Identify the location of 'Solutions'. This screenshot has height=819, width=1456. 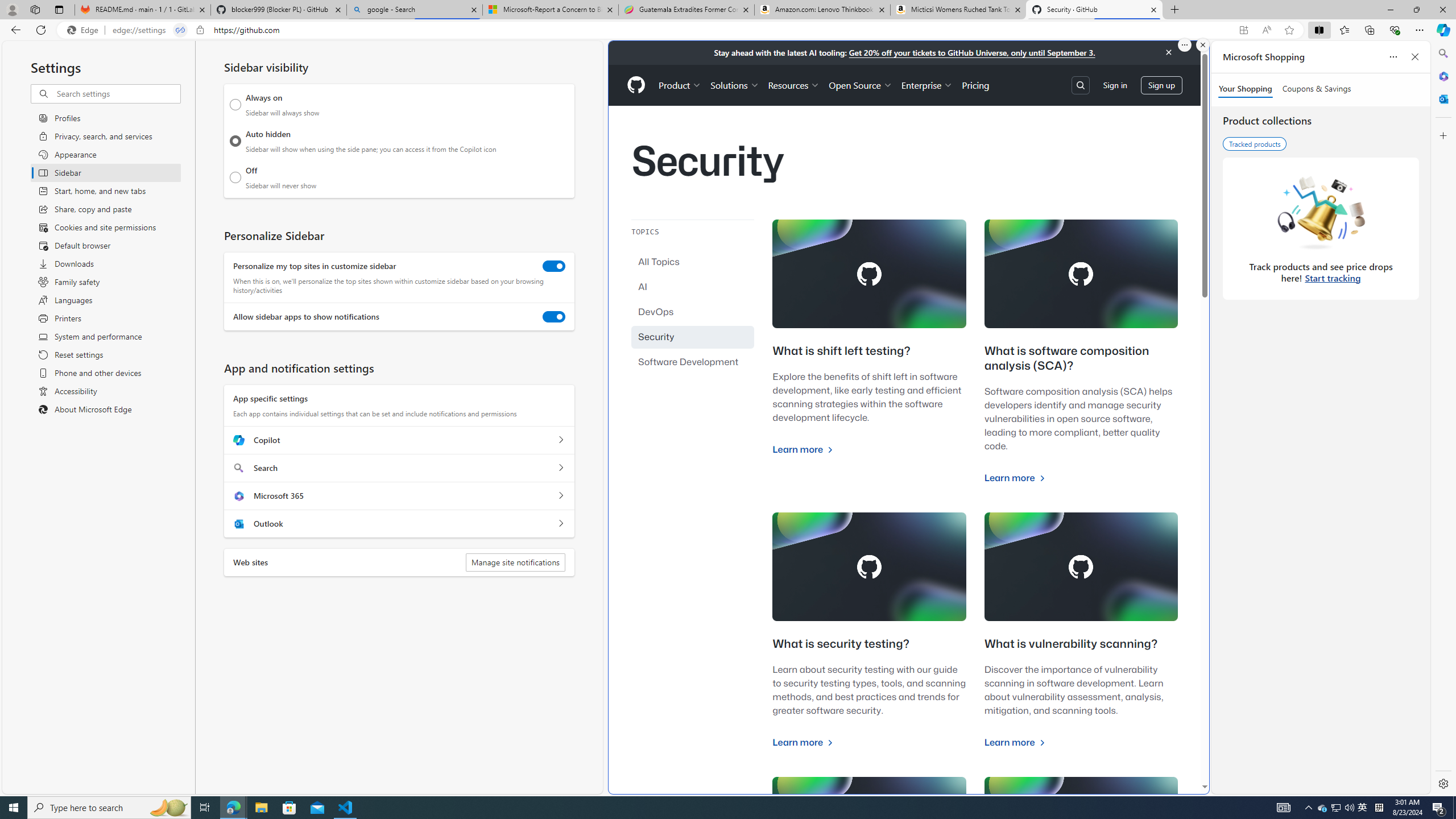
(735, 85).